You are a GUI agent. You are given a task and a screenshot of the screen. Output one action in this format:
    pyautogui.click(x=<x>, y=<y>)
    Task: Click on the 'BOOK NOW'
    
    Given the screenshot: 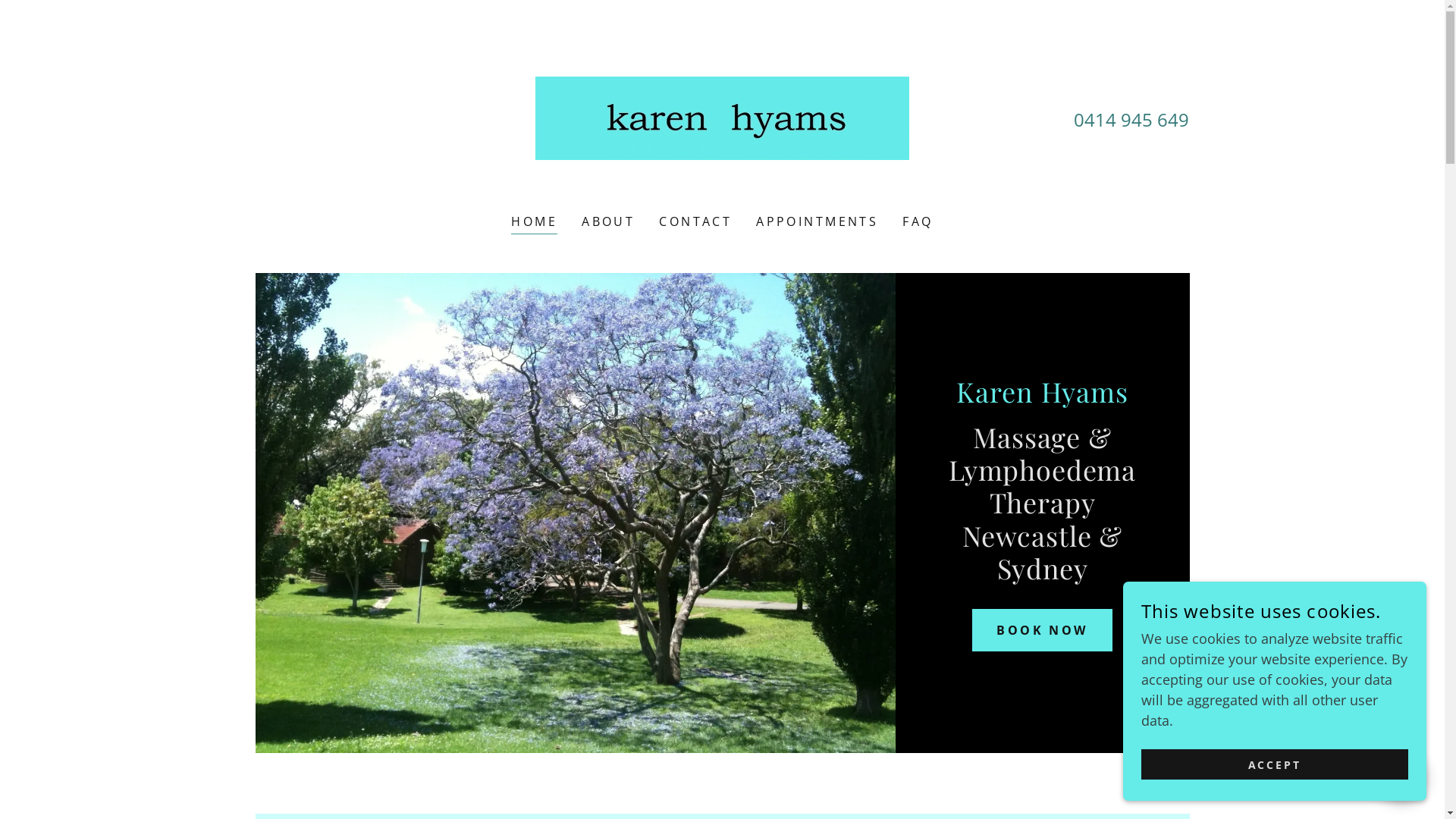 What is the action you would take?
    pyautogui.click(x=1040, y=629)
    